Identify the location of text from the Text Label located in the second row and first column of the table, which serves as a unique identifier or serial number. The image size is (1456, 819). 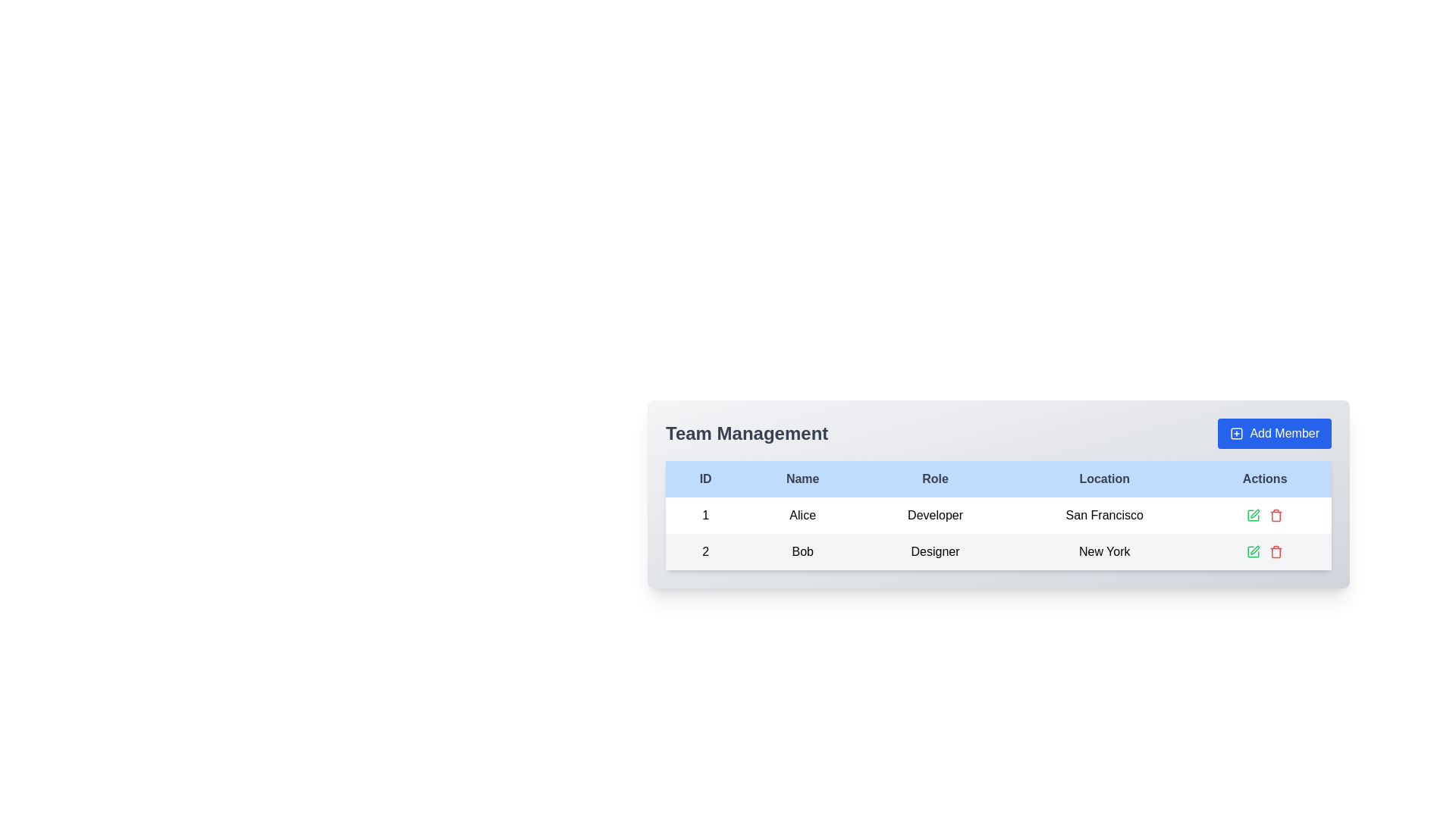
(704, 552).